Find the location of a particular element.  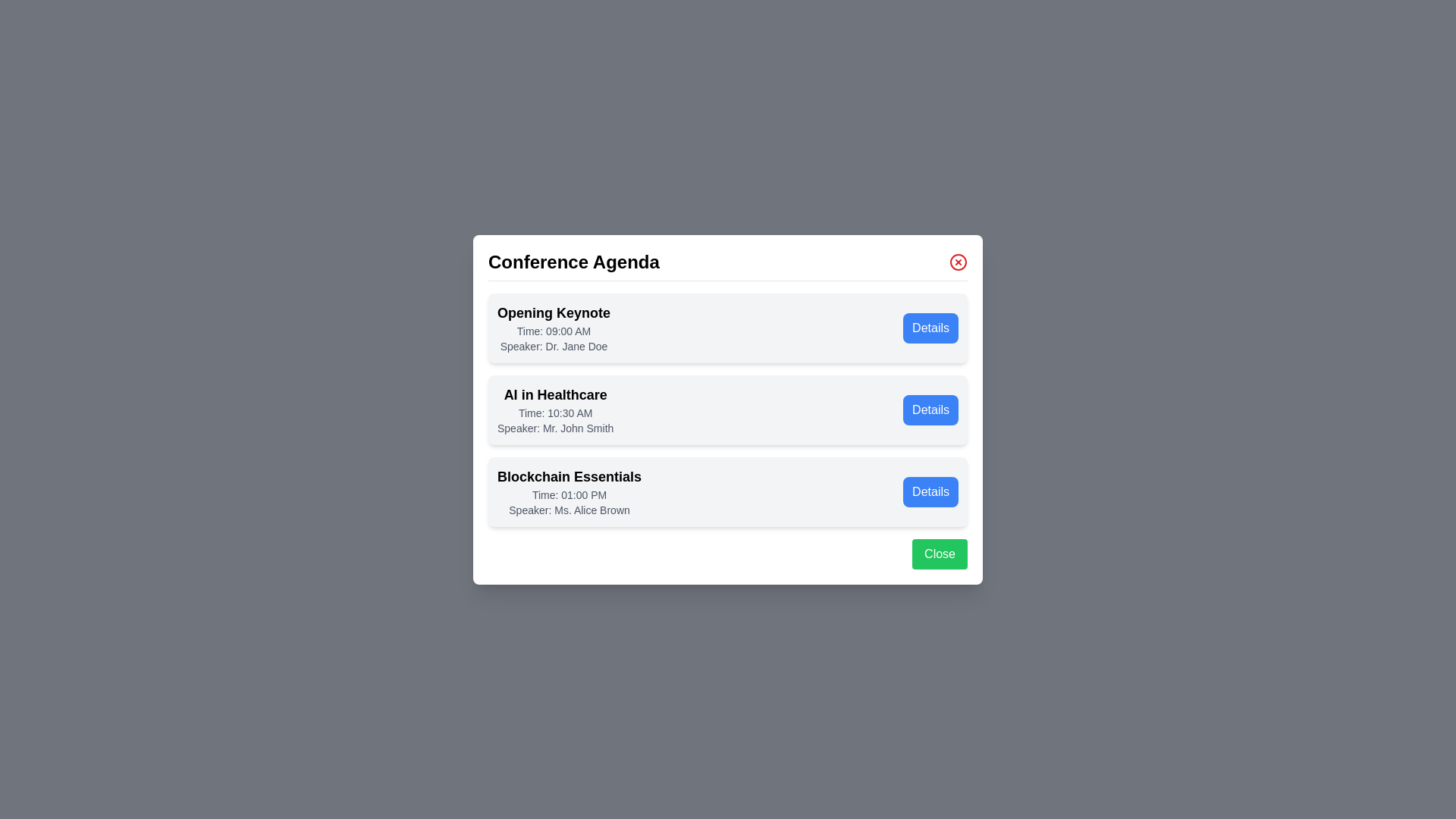

the 'Details' button for the agenda item 'AI in Healthcare' is located at coordinates (930, 409).